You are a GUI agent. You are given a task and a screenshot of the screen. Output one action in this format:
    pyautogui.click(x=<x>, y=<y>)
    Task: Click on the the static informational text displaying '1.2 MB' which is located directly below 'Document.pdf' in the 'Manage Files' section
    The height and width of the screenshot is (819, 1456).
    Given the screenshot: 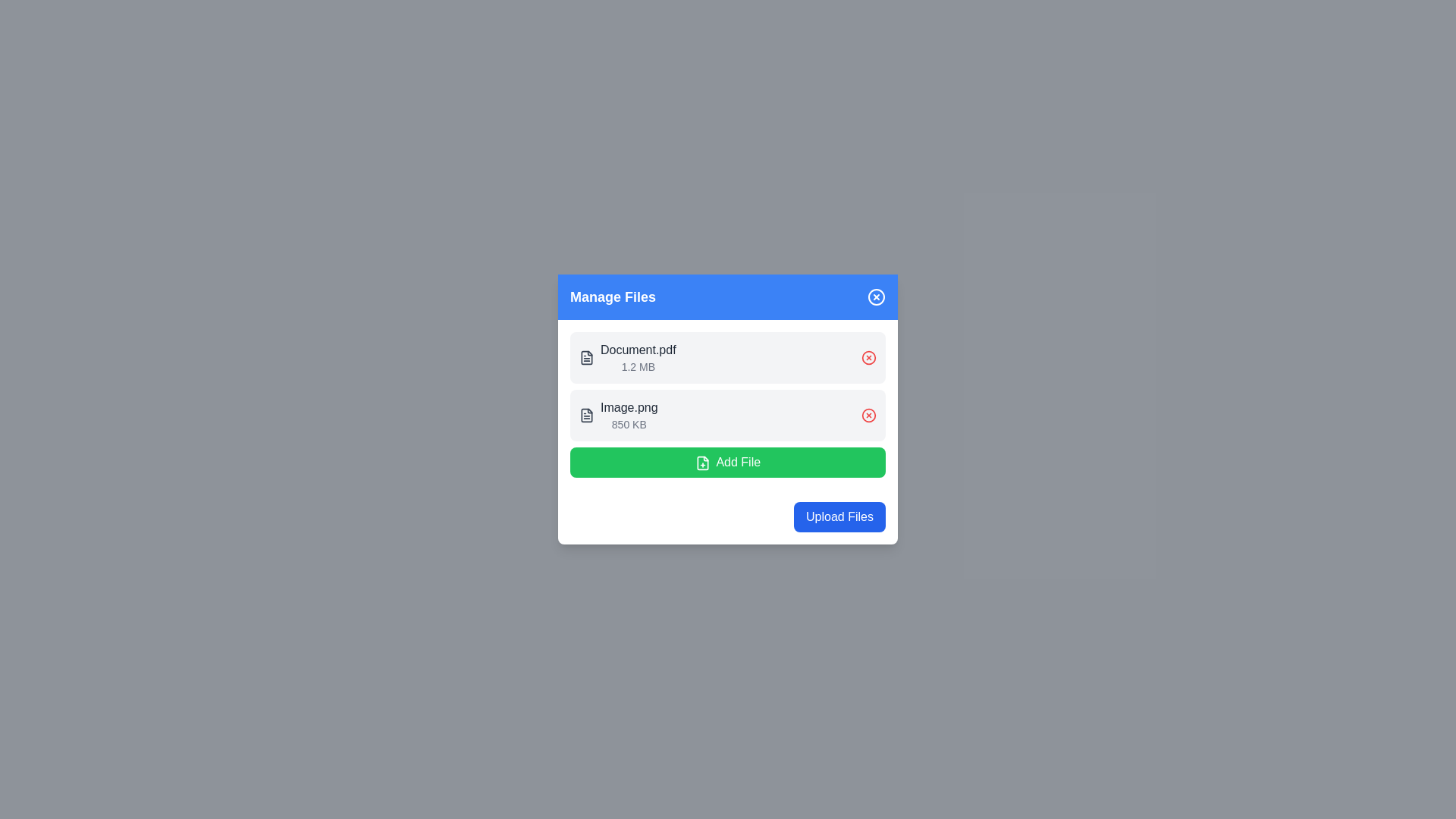 What is the action you would take?
    pyautogui.click(x=638, y=366)
    